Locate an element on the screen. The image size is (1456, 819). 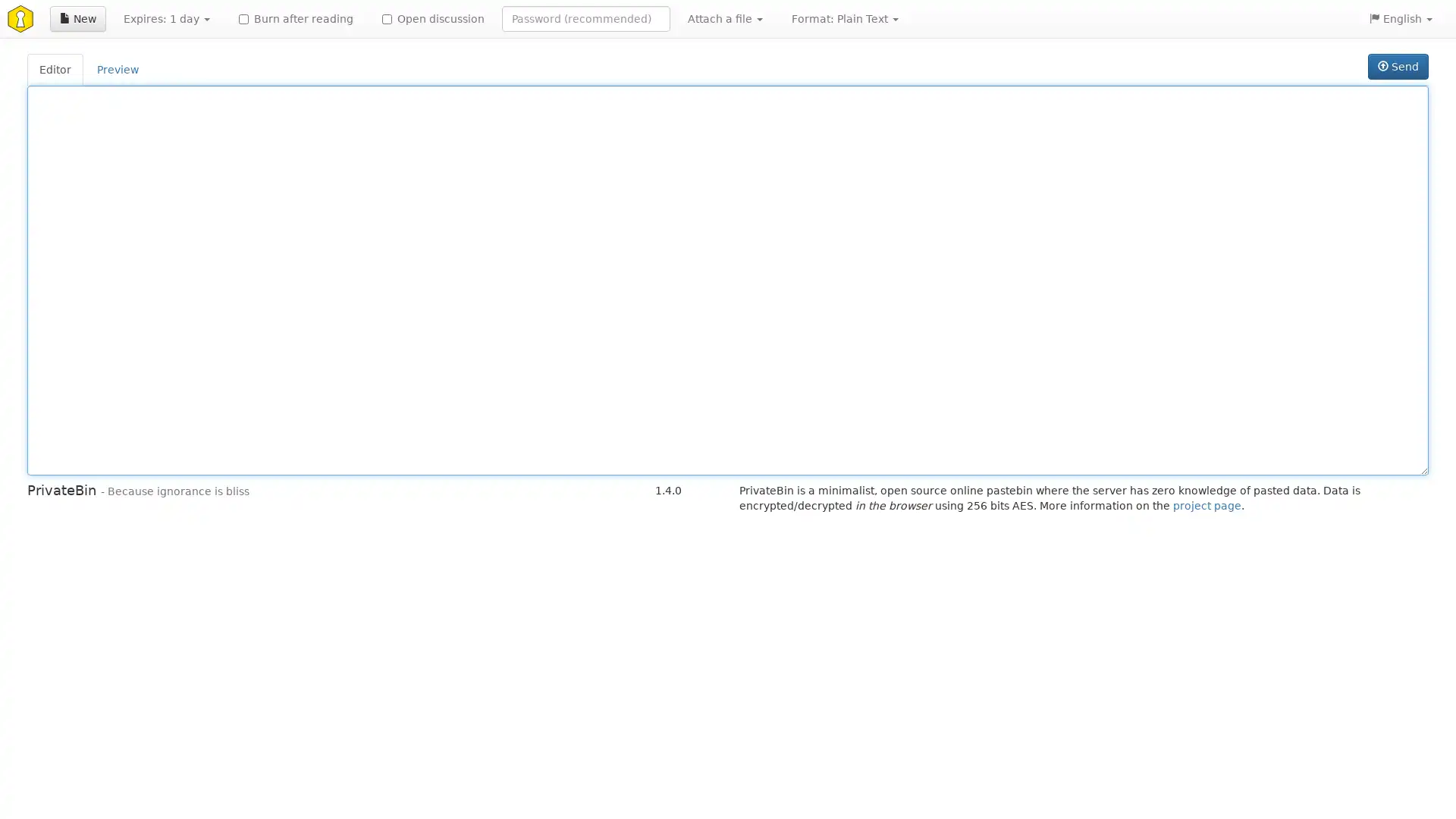
Send is located at coordinates (1397, 66).